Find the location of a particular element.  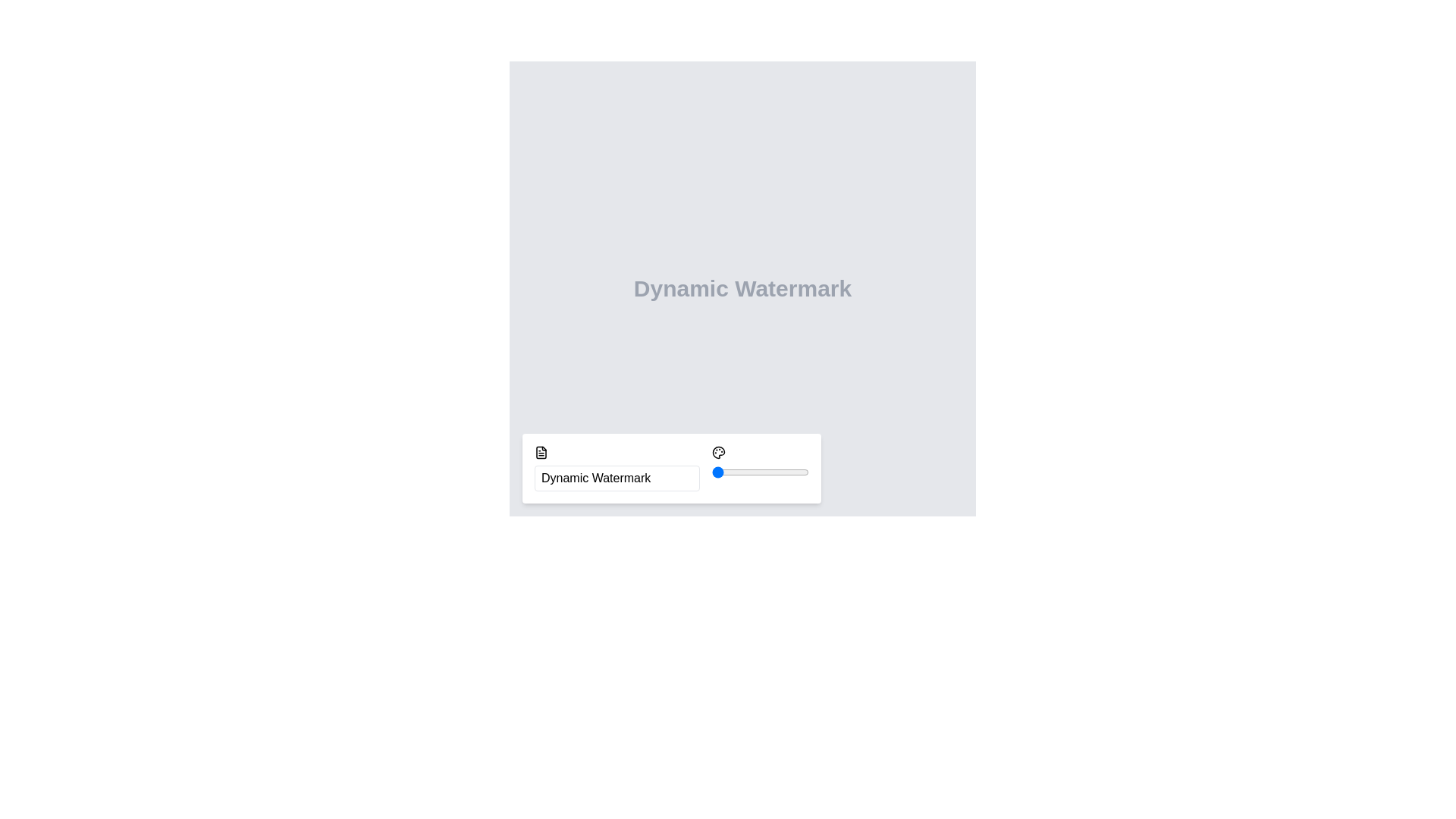

rotation angle is located at coordinates (784, 472).